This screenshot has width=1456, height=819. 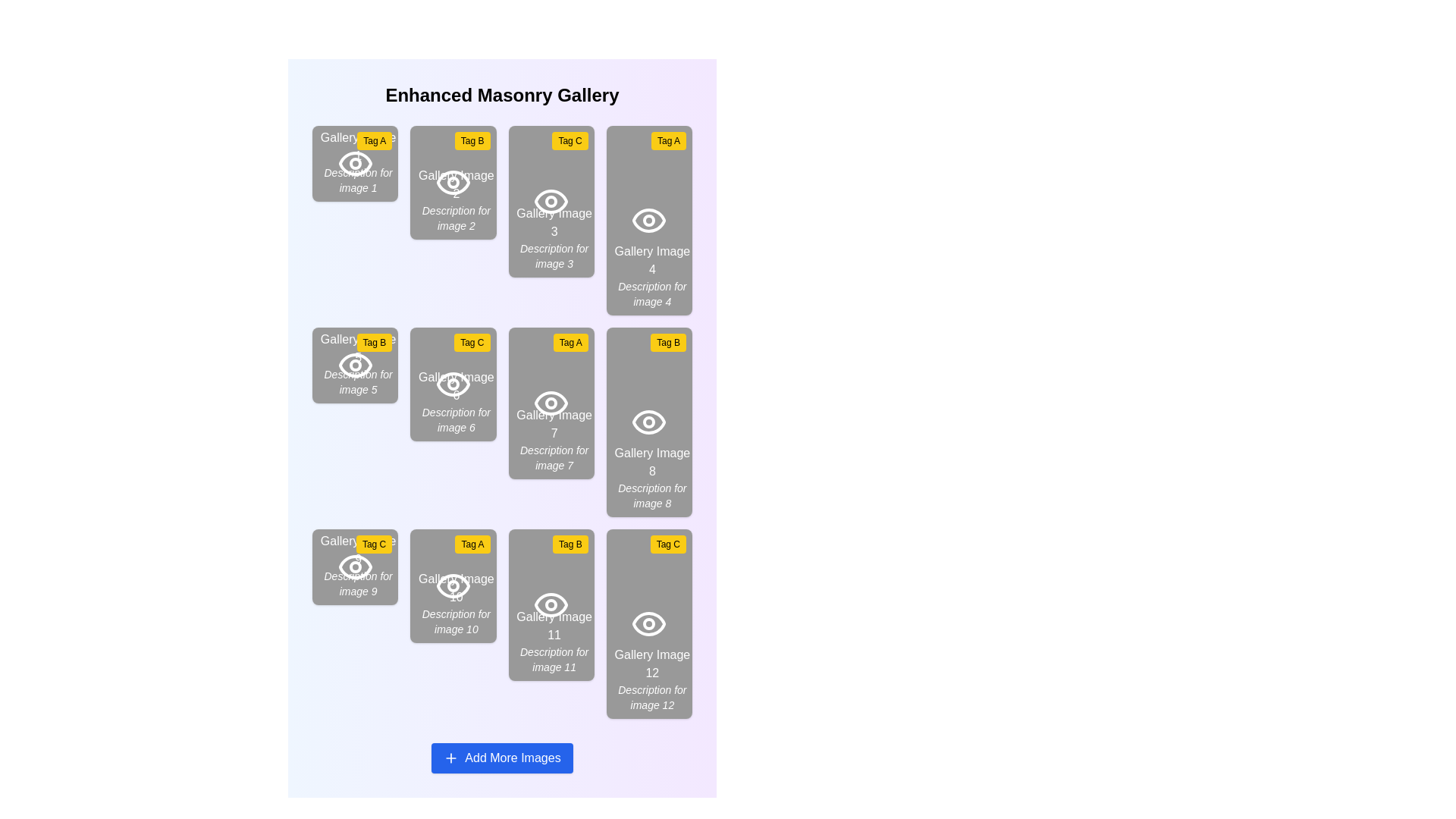 What do you see at coordinates (375, 140) in the screenshot?
I see `the Tag or Label in the top-right corner of the card containing 'Gallery Image 1' and 'Description for image 1' for easy identification or filtering` at bounding box center [375, 140].